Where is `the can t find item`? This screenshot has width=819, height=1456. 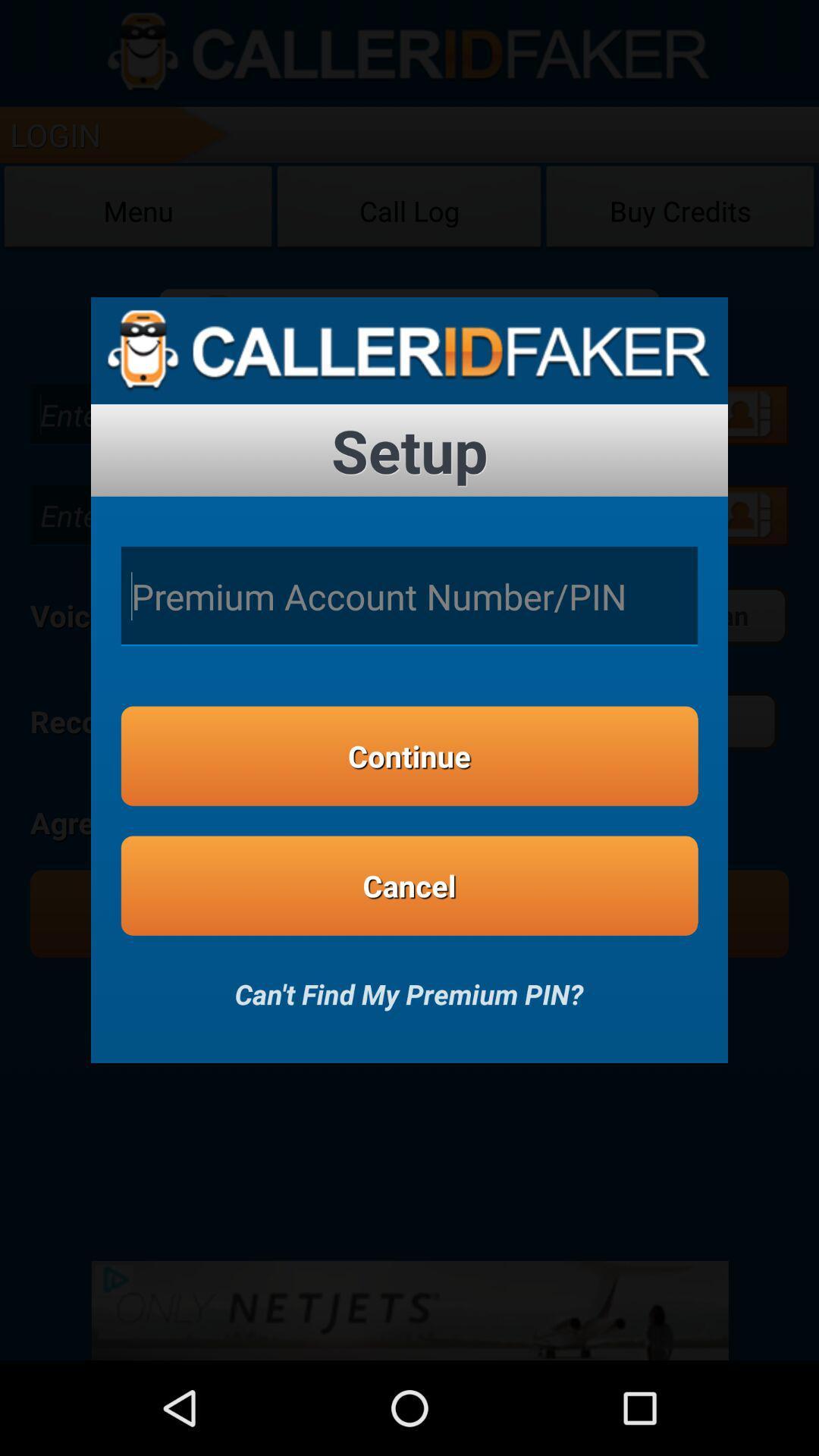 the can t find item is located at coordinates (408, 984).